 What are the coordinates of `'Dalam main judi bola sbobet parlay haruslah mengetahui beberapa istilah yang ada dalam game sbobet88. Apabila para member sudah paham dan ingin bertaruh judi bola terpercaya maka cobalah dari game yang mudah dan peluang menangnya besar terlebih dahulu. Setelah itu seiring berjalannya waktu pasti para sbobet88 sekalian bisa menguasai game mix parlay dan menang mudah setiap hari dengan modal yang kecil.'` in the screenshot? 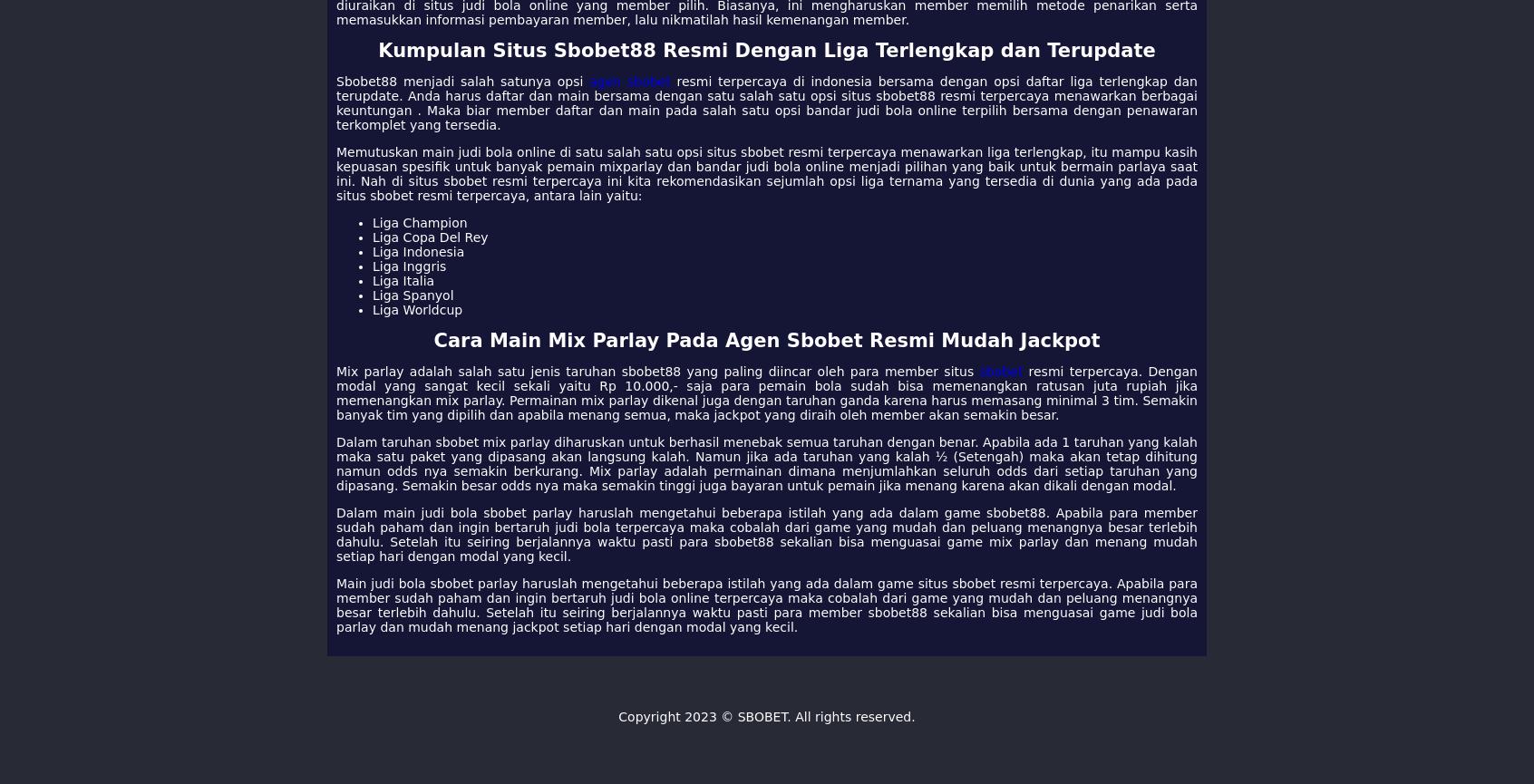 It's located at (767, 535).